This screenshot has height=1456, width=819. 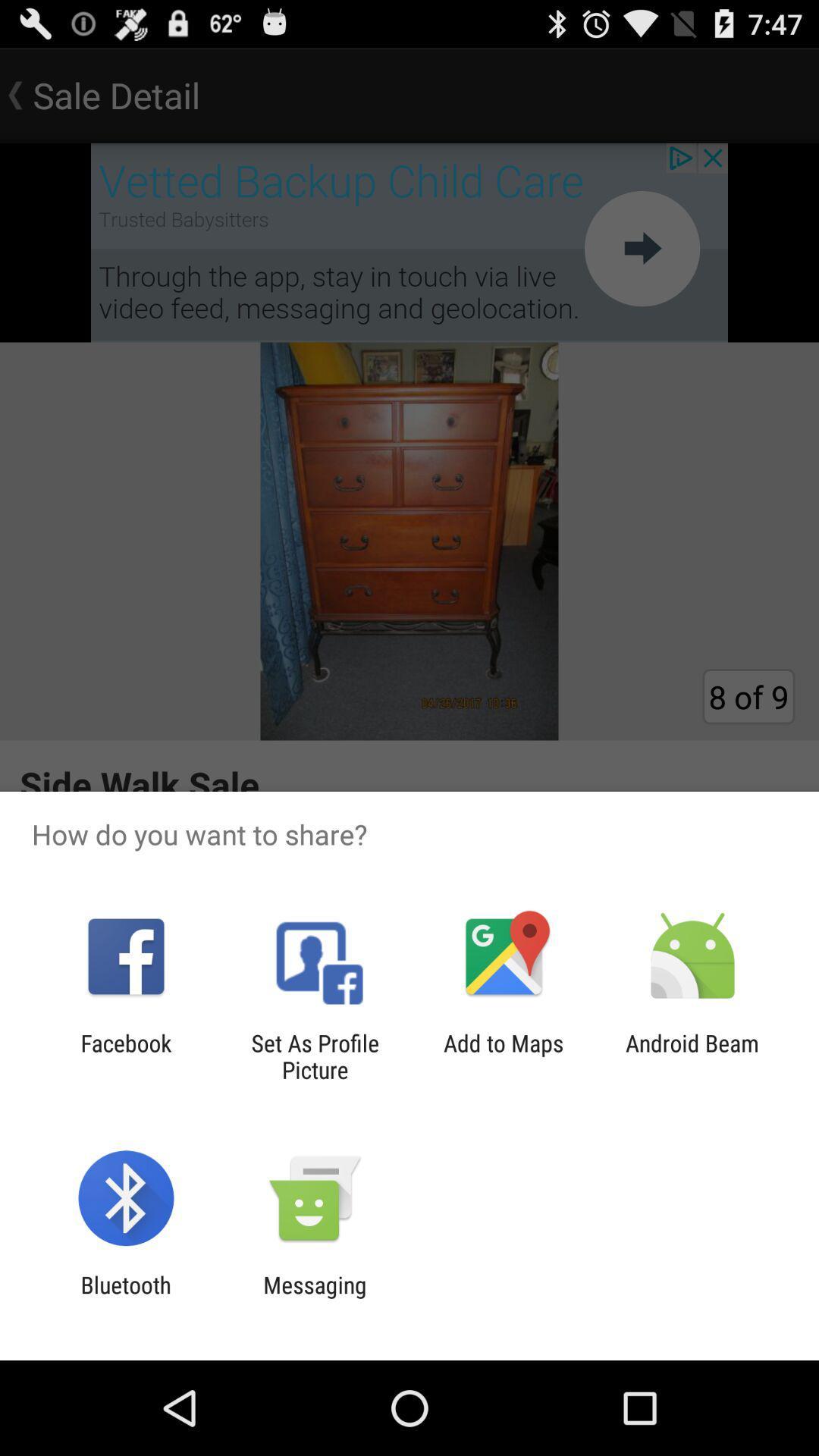 What do you see at coordinates (125, 1298) in the screenshot?
I see `bluetooth` at bounding box center [125, 1298].